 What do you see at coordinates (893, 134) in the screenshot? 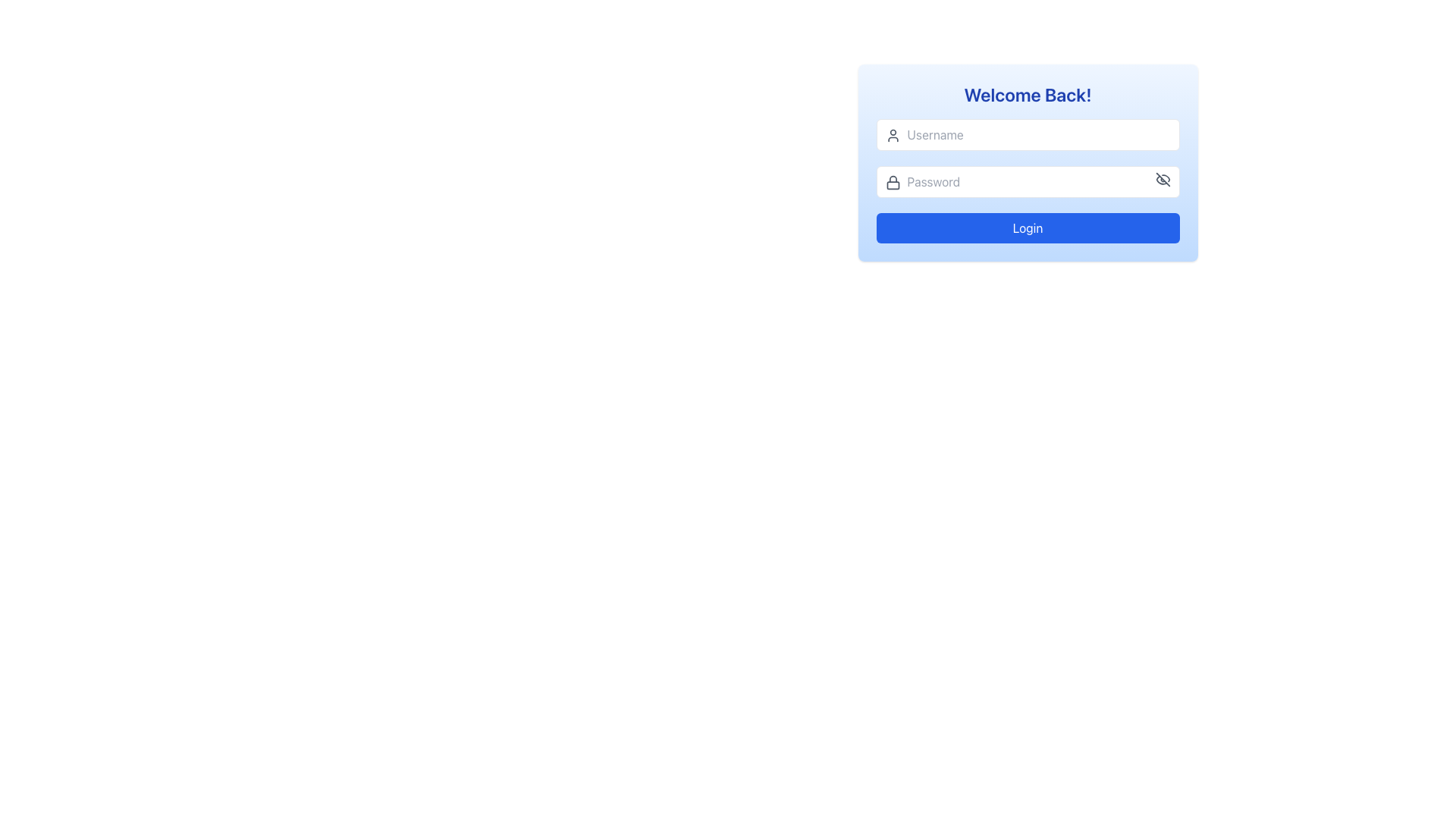
I see `the decorative icon positioned to the left of the username text input area in the login form` at bounding box center [893, 134].